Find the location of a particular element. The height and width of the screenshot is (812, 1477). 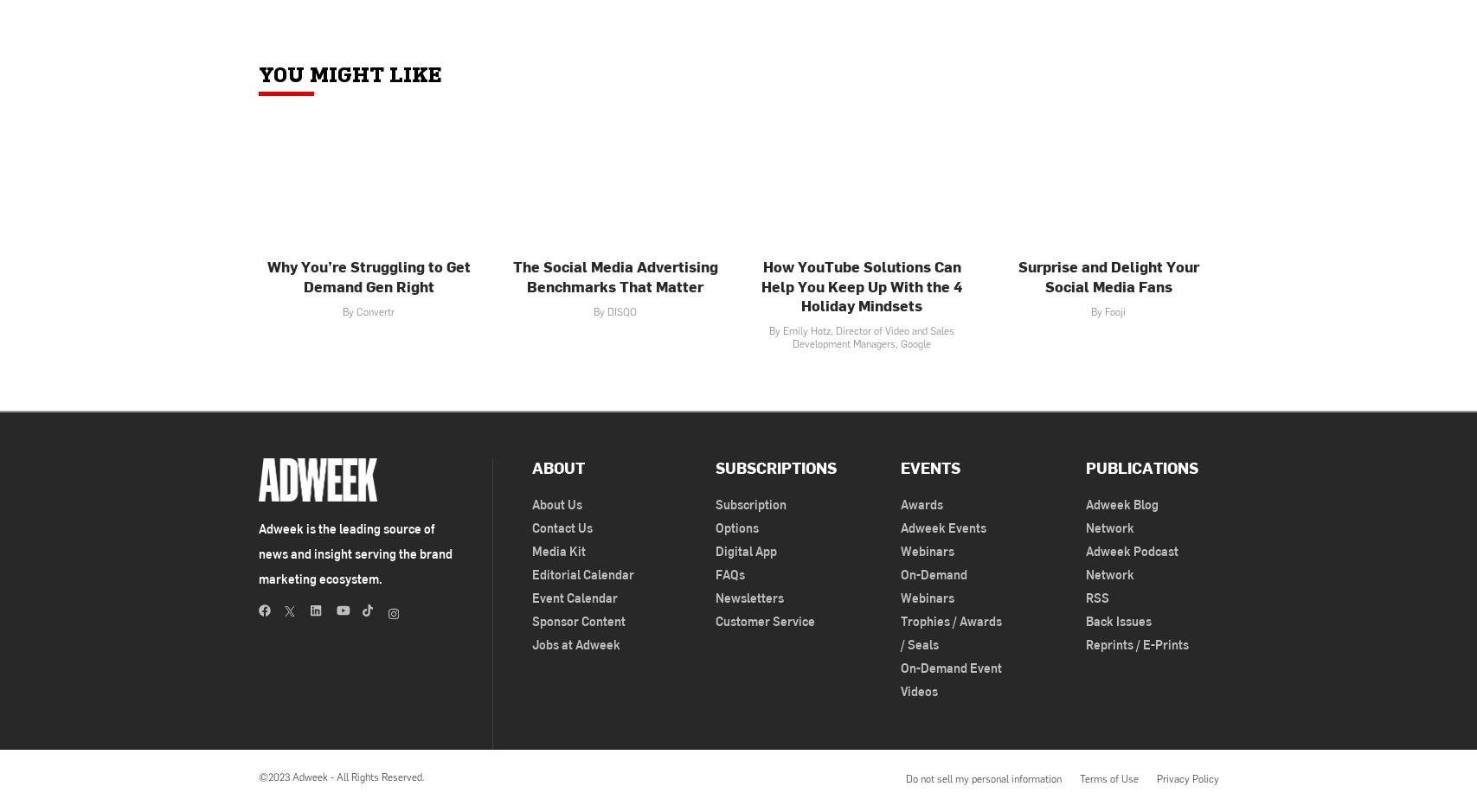

'Awards' is located at coordinates (921, 503).